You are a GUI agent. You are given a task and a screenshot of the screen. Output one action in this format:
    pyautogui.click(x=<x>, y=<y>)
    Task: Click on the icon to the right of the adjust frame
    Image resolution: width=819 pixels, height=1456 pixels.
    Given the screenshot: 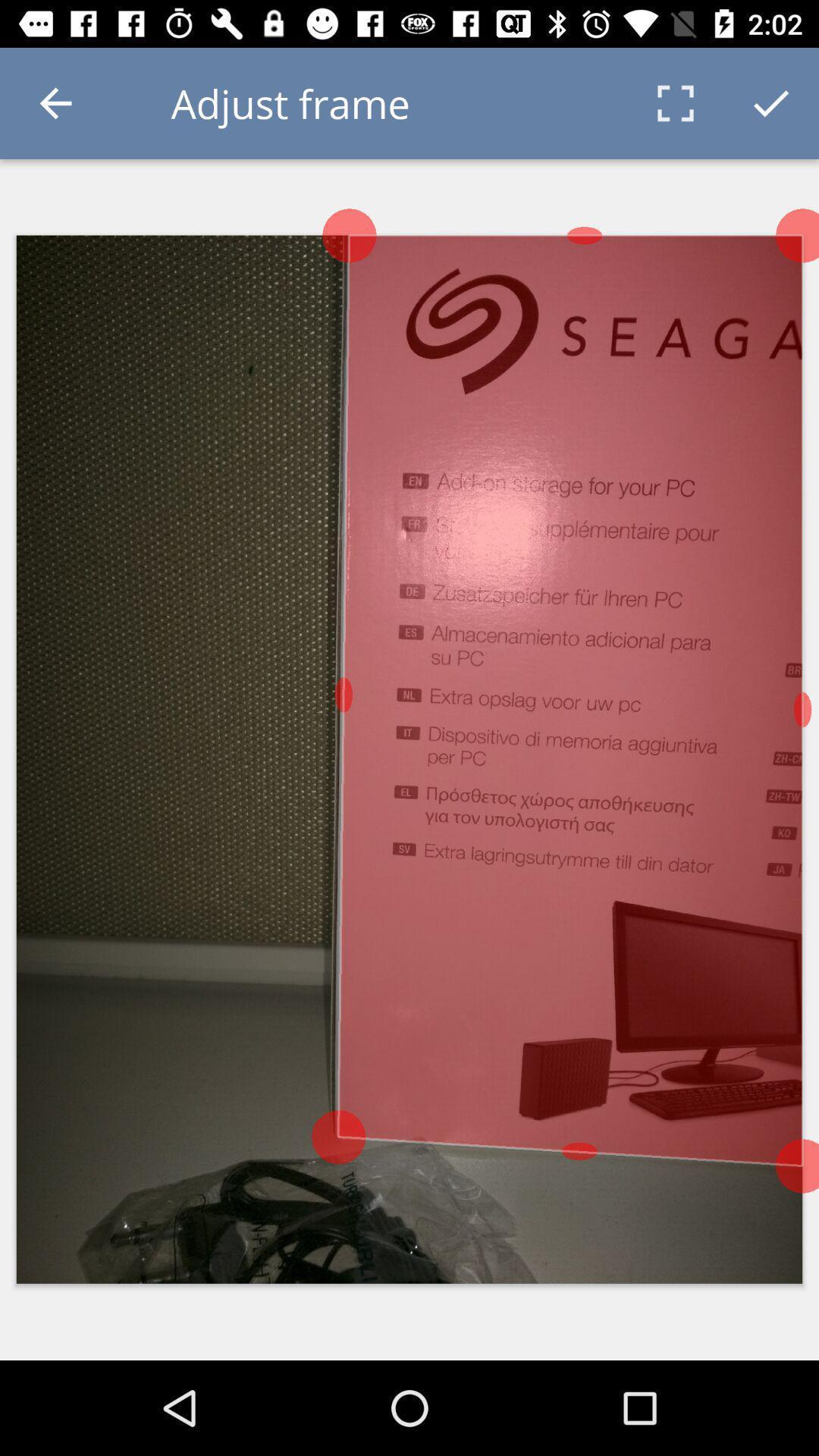 What is the action you would take?
    pyautogui.click(x=675, y=102)
    